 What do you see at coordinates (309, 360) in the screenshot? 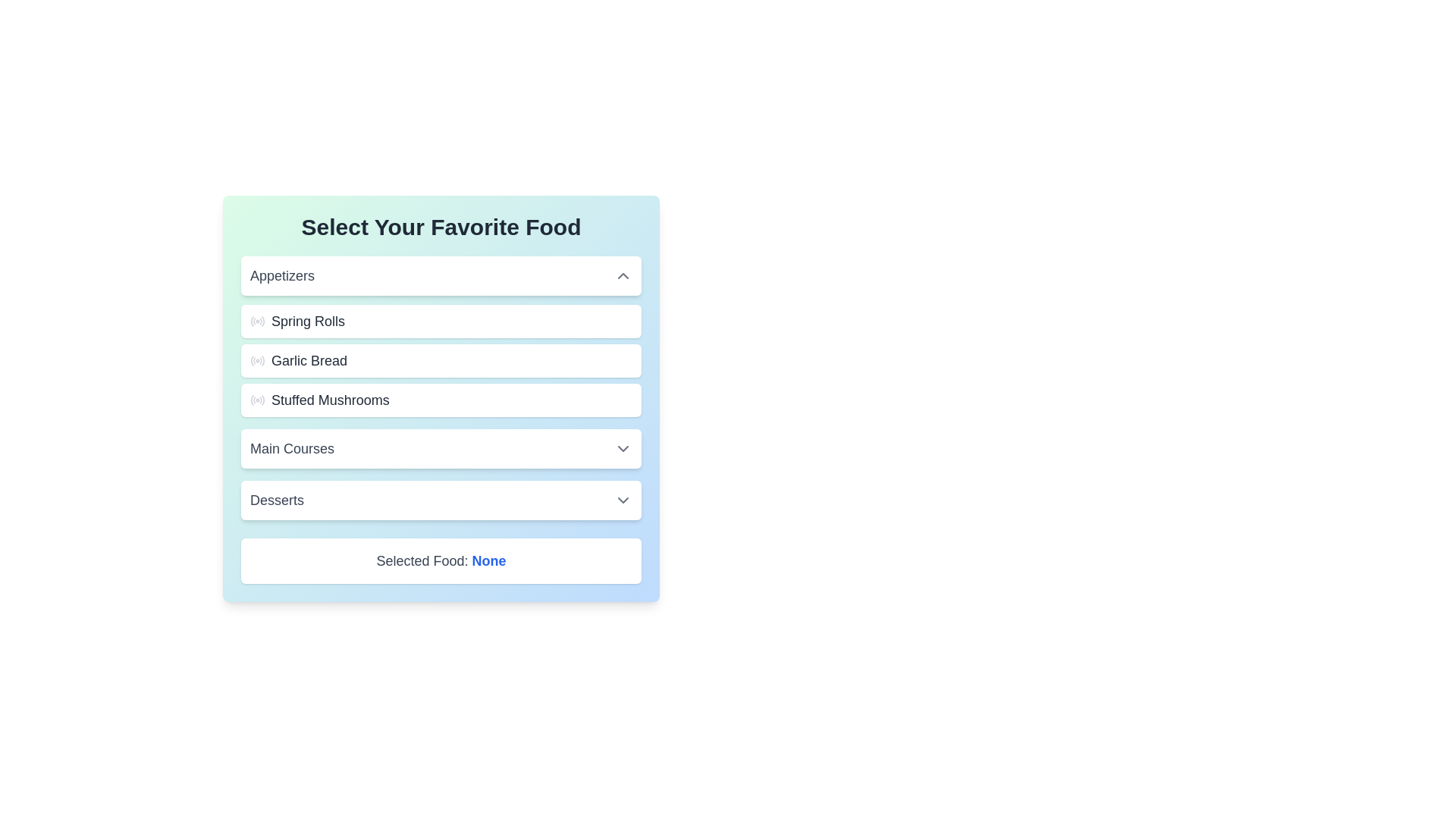
I see `the 'Garlic Bread' text label in the appetizers menu` at bounding box center [309, 360].